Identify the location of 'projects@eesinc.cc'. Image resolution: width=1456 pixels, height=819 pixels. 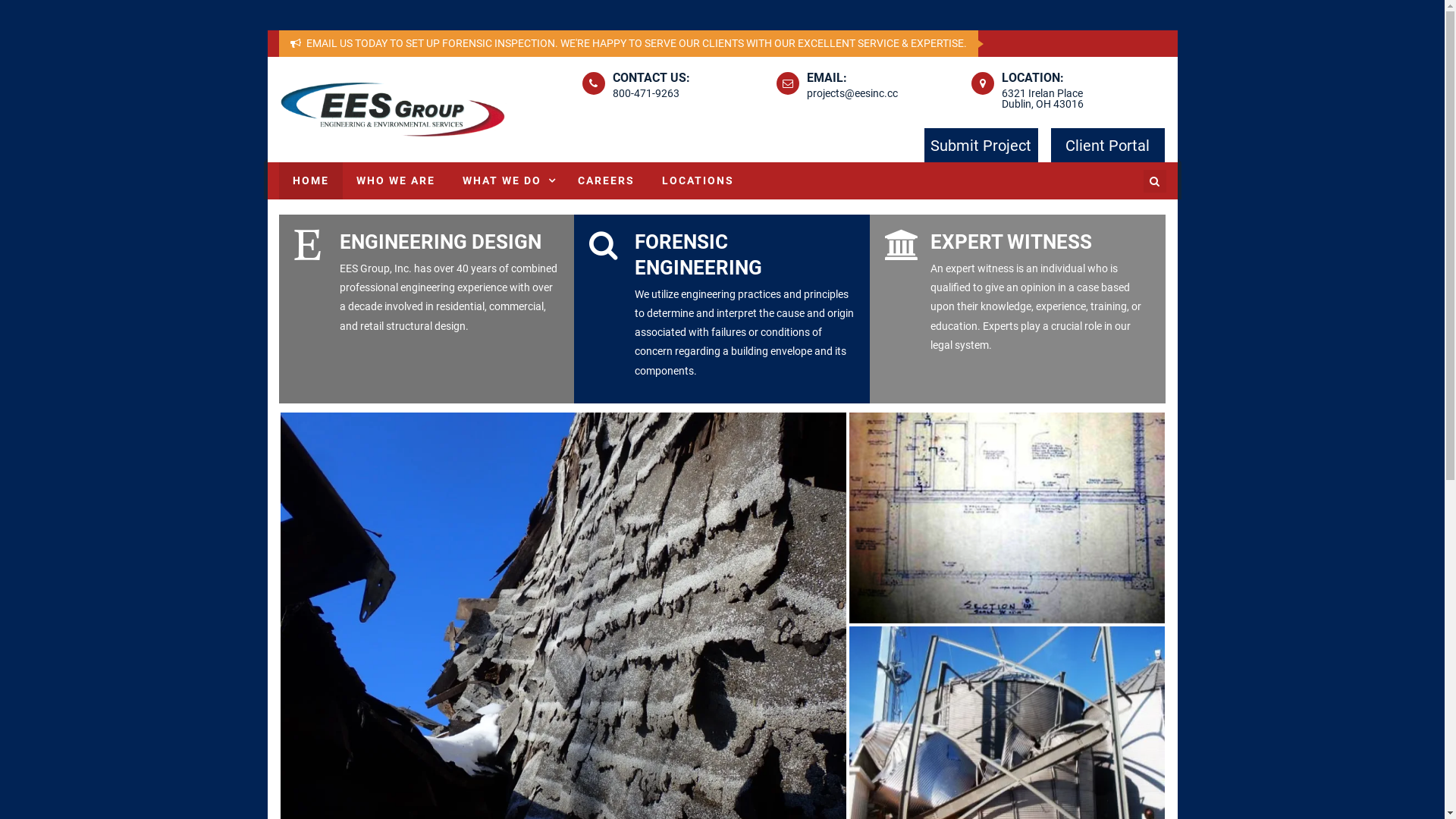
(852, 93).